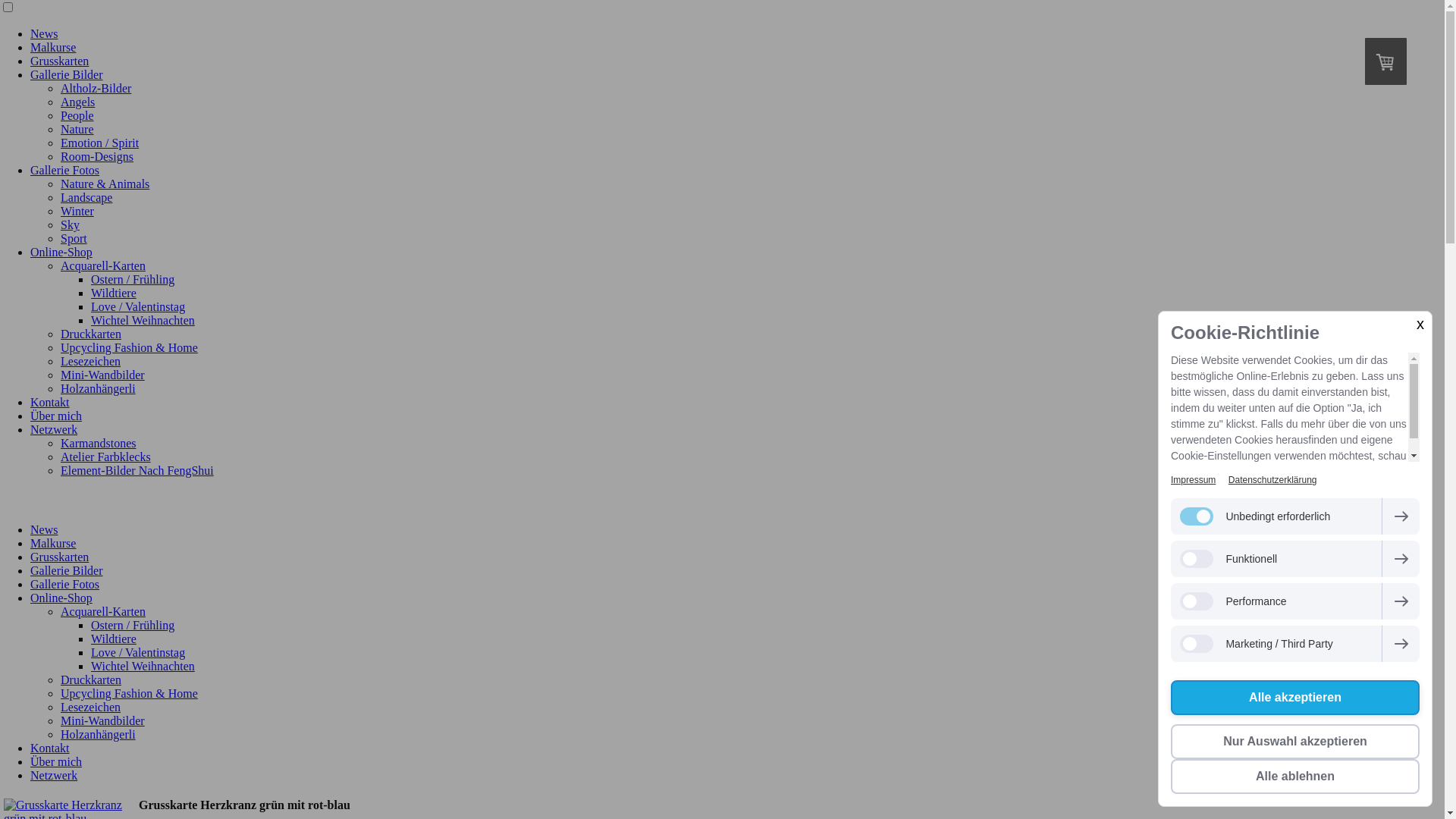  Describe the element at coordinates (54, 775) in the screenshot. I see `'Netzwerk'` at that location.